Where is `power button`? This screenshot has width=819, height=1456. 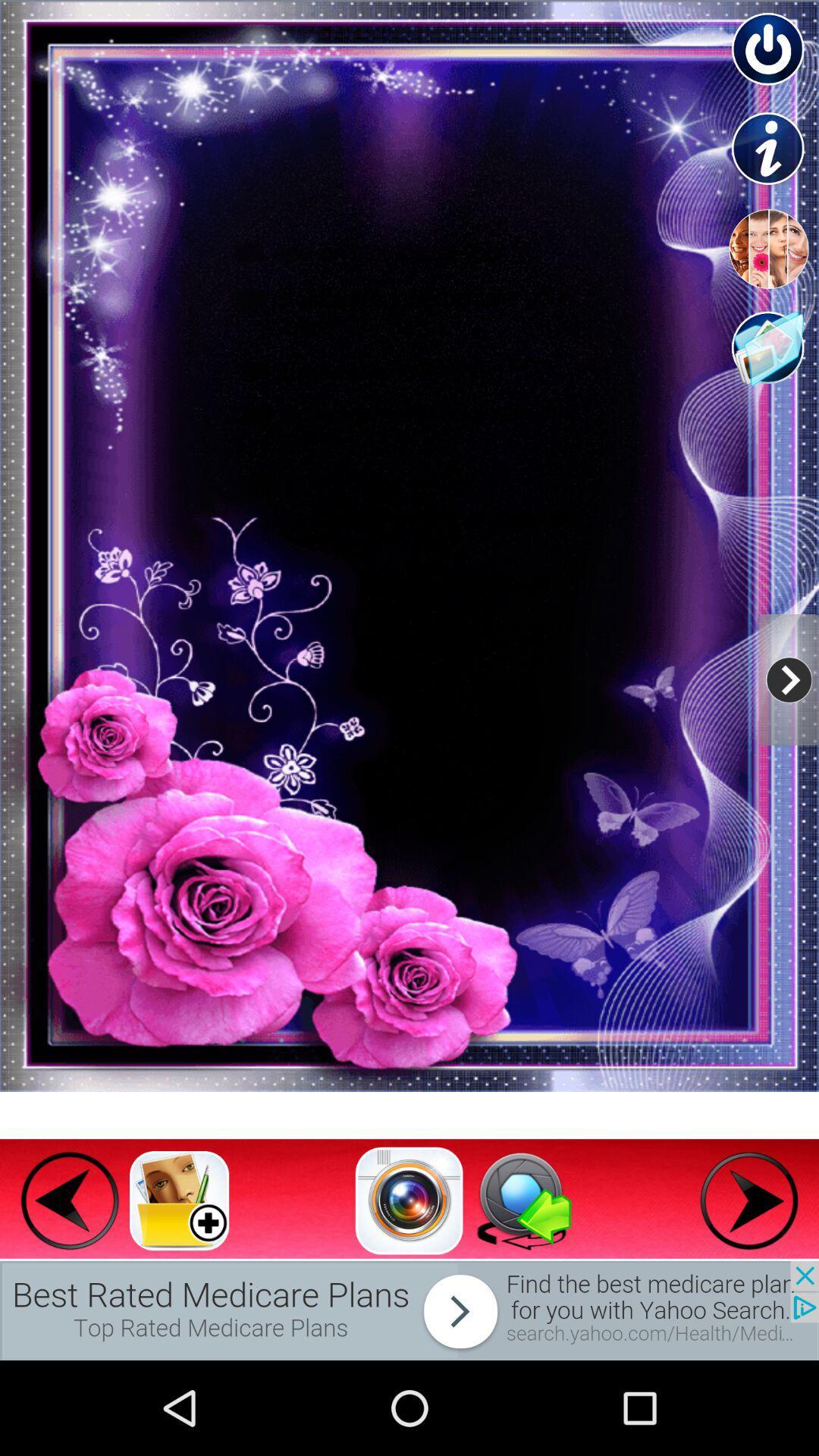 power button is located at coordinates (769, 50).